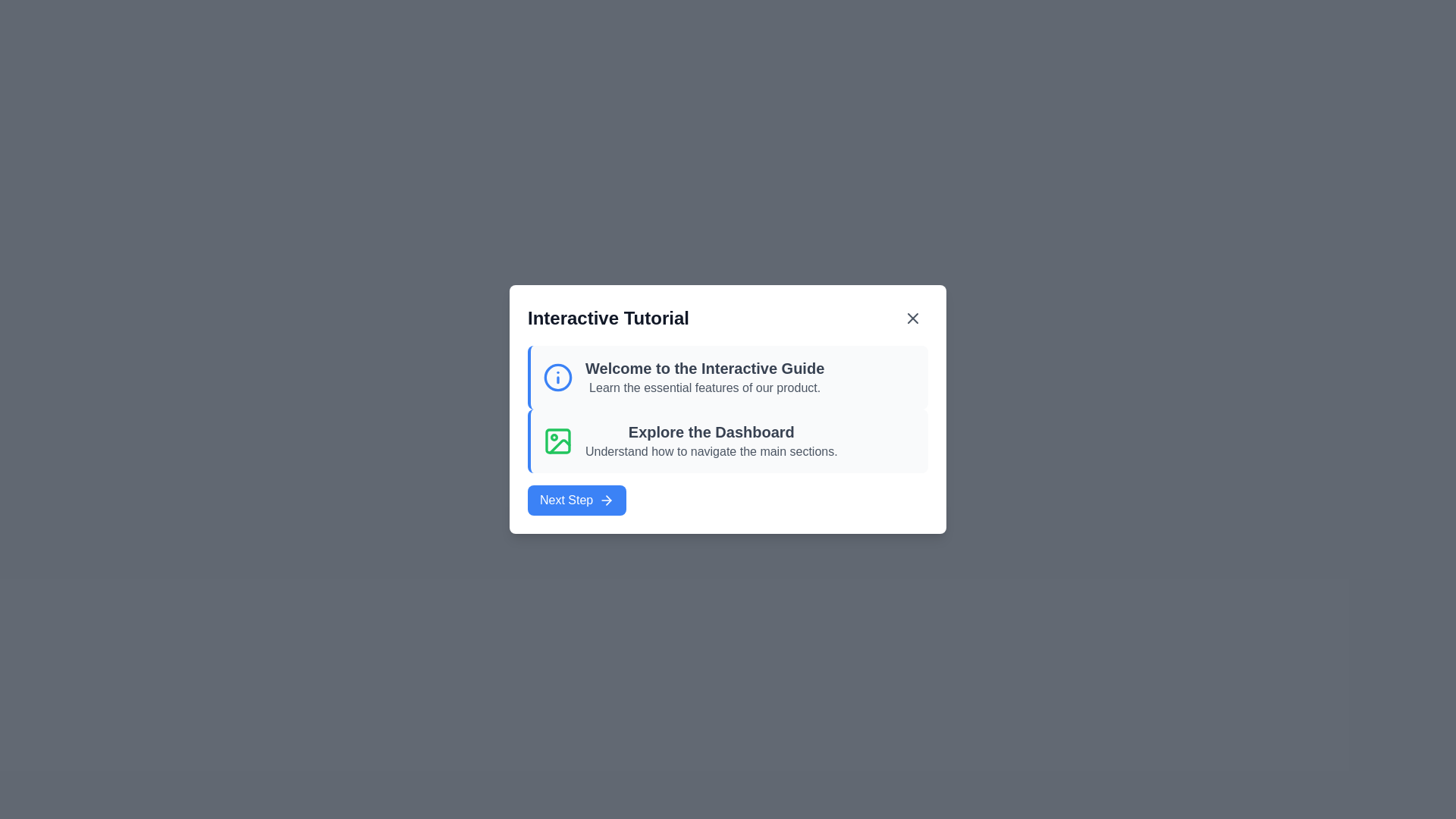 Image resolution: width=1456 pixels, height=819 pixels. What do you see at coordinates (576, 500) in the screenshot?
I see `the rectangular blue button labeled 'Next Step' with rounded corners to change its background color to a darker blue` at bounding box center [576, 500].